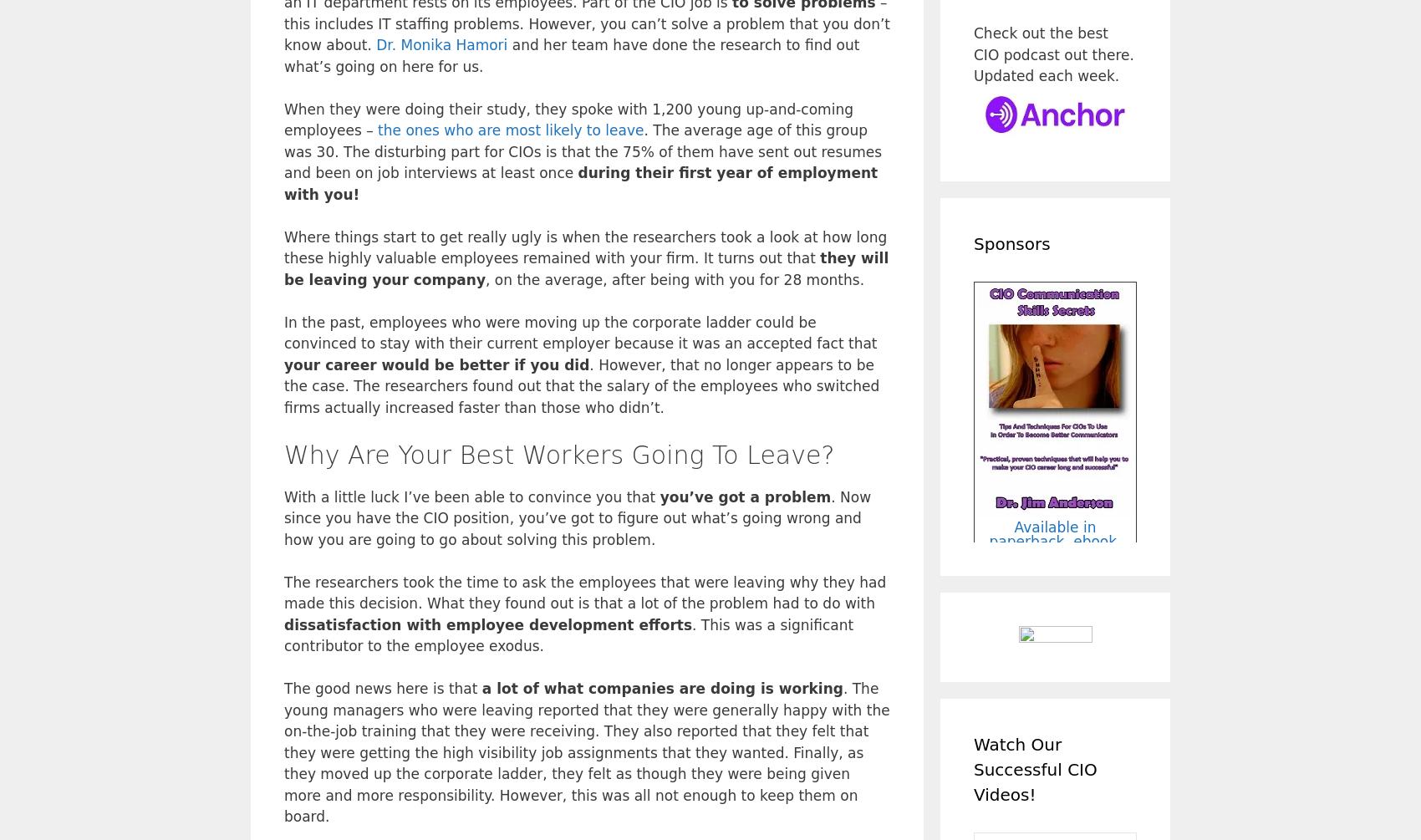  I want to click on '. Now since you have the CIO position, you’ve got to figure out what’s going wrong and how you are going to go about solving this problem.', so click(578, 517).